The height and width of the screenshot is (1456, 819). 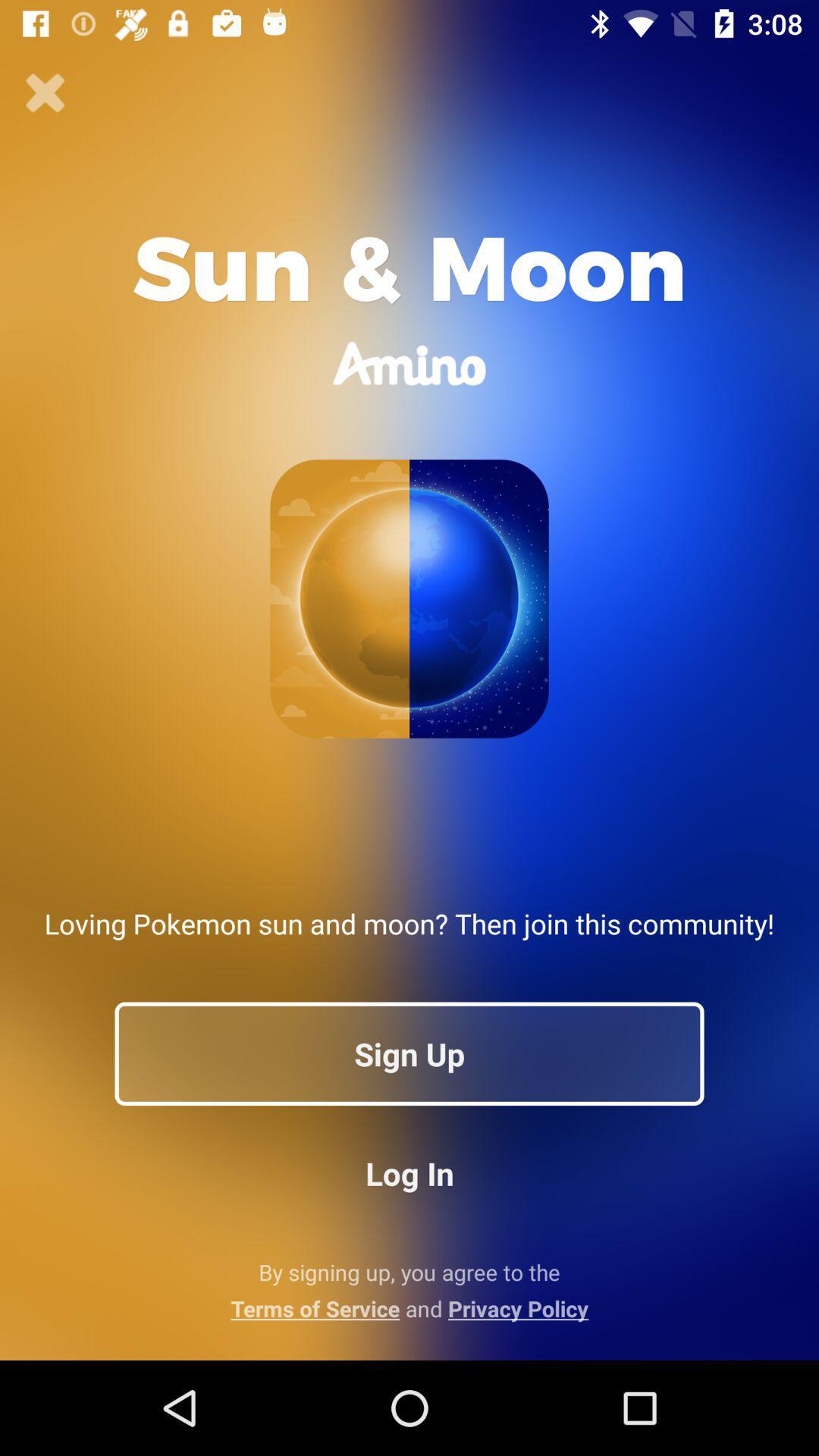 What do you see at coordinates (409, 1307) in the screenshot?
I see `the terms of service icon` at bounding box center [409, 1307].